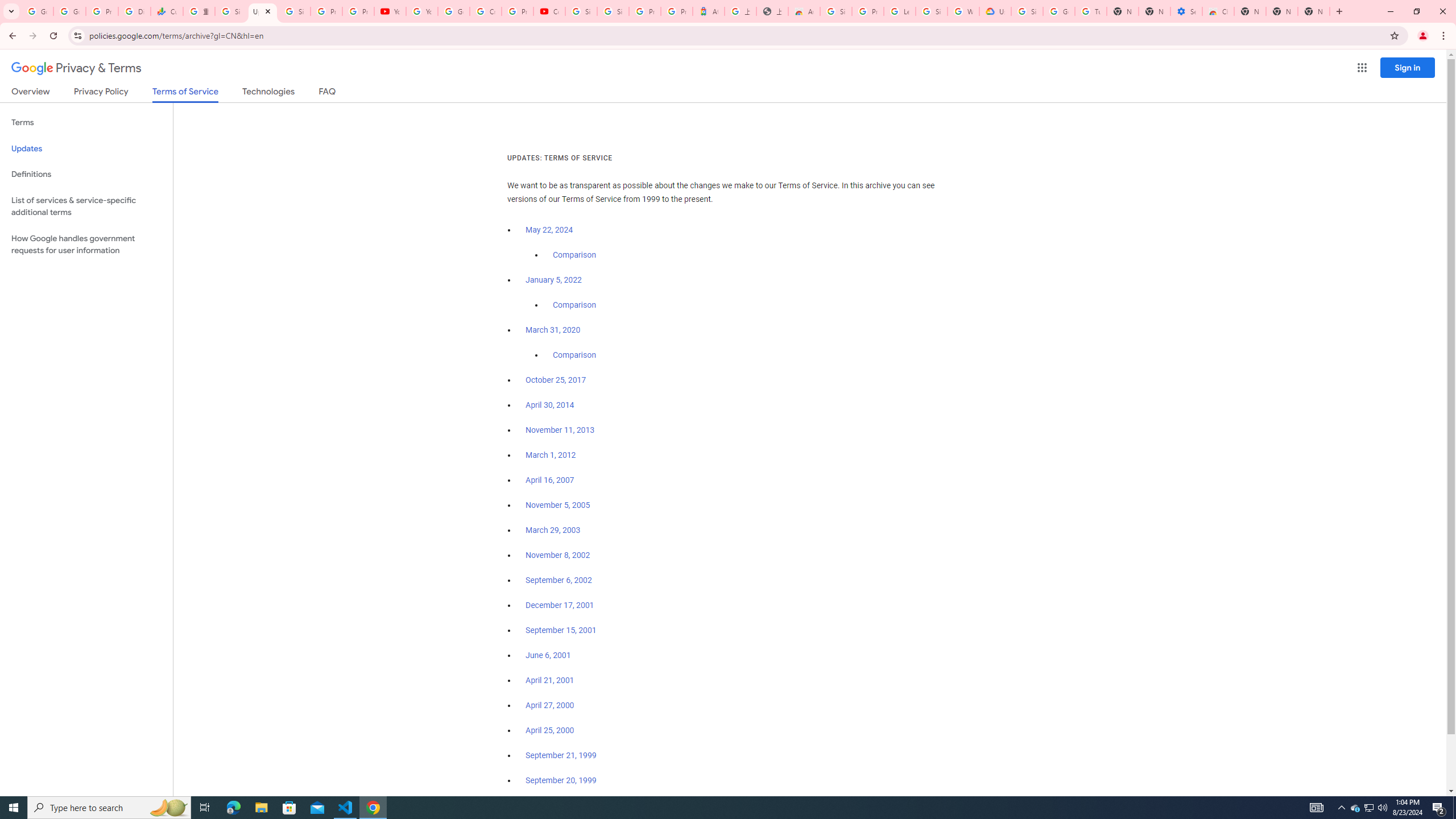 This screenshot has height=819, width=1456. I want to click on 'Privacy Checkup', so click(359, 11).